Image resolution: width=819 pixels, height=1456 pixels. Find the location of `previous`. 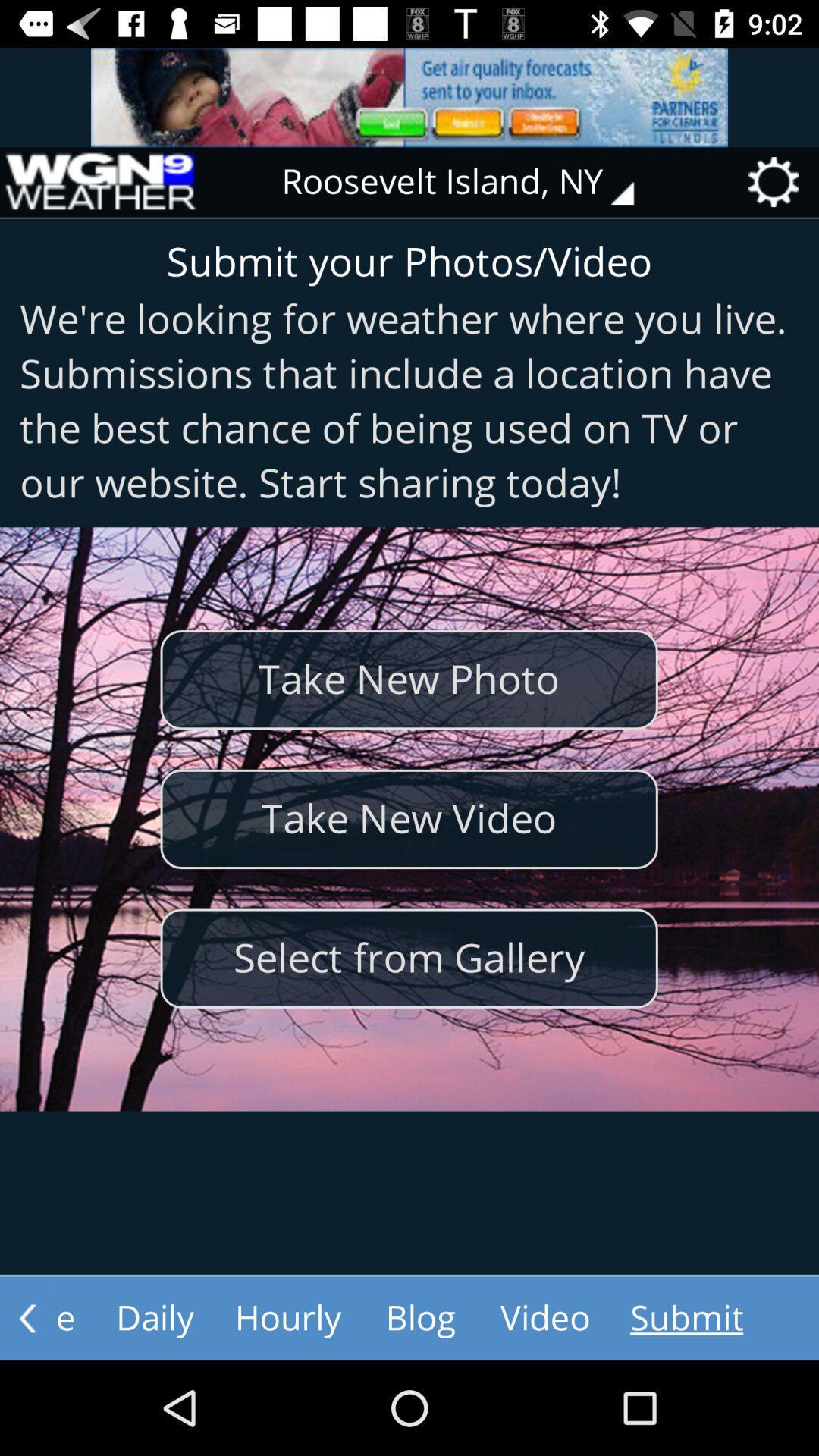

previous is located at coordinates (27, 1317).